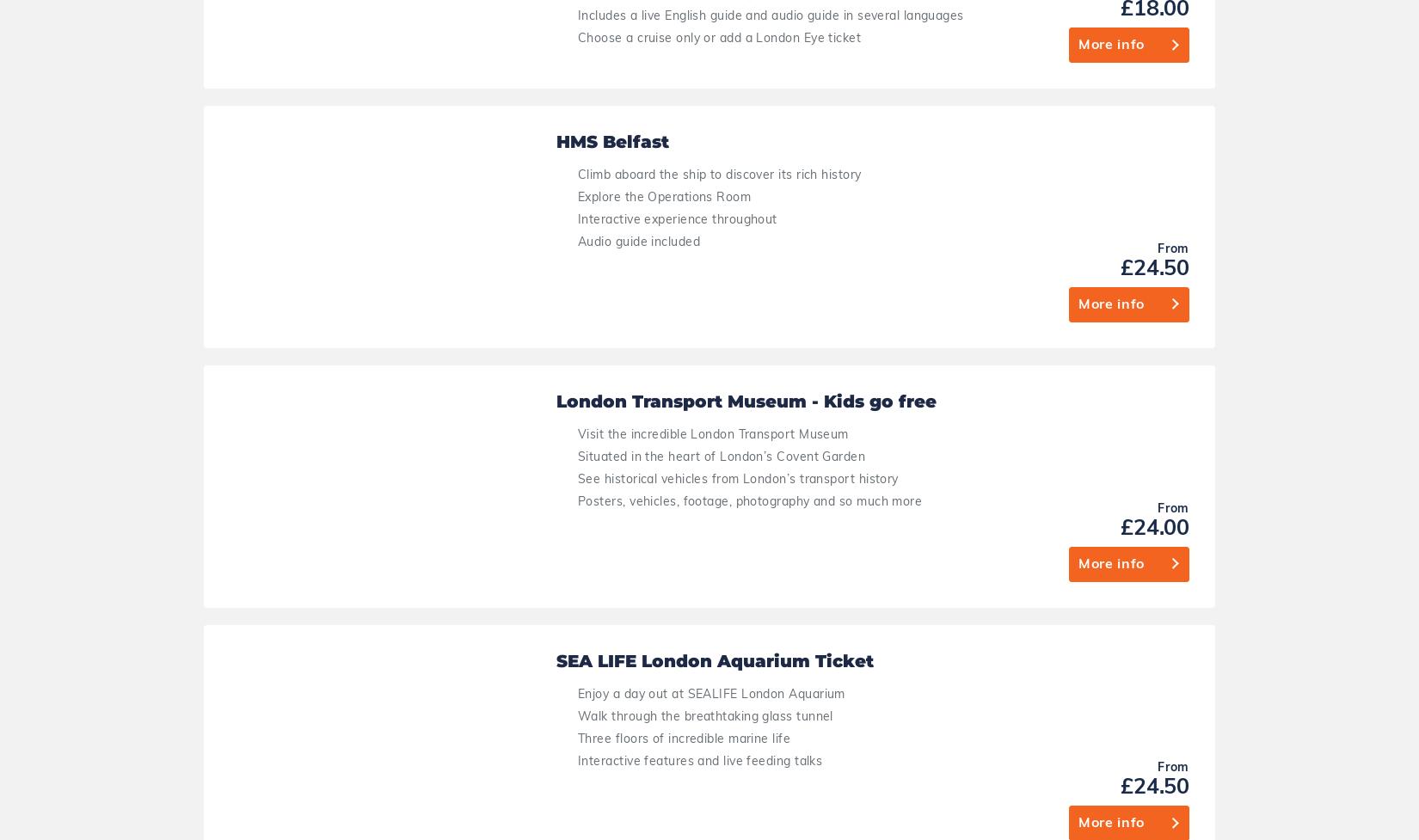 The image size is (1419, 840). I want to click on 'Meet Shrek & friends at DREAMWORKS Shrek’s Adventure', so click(752, 364).